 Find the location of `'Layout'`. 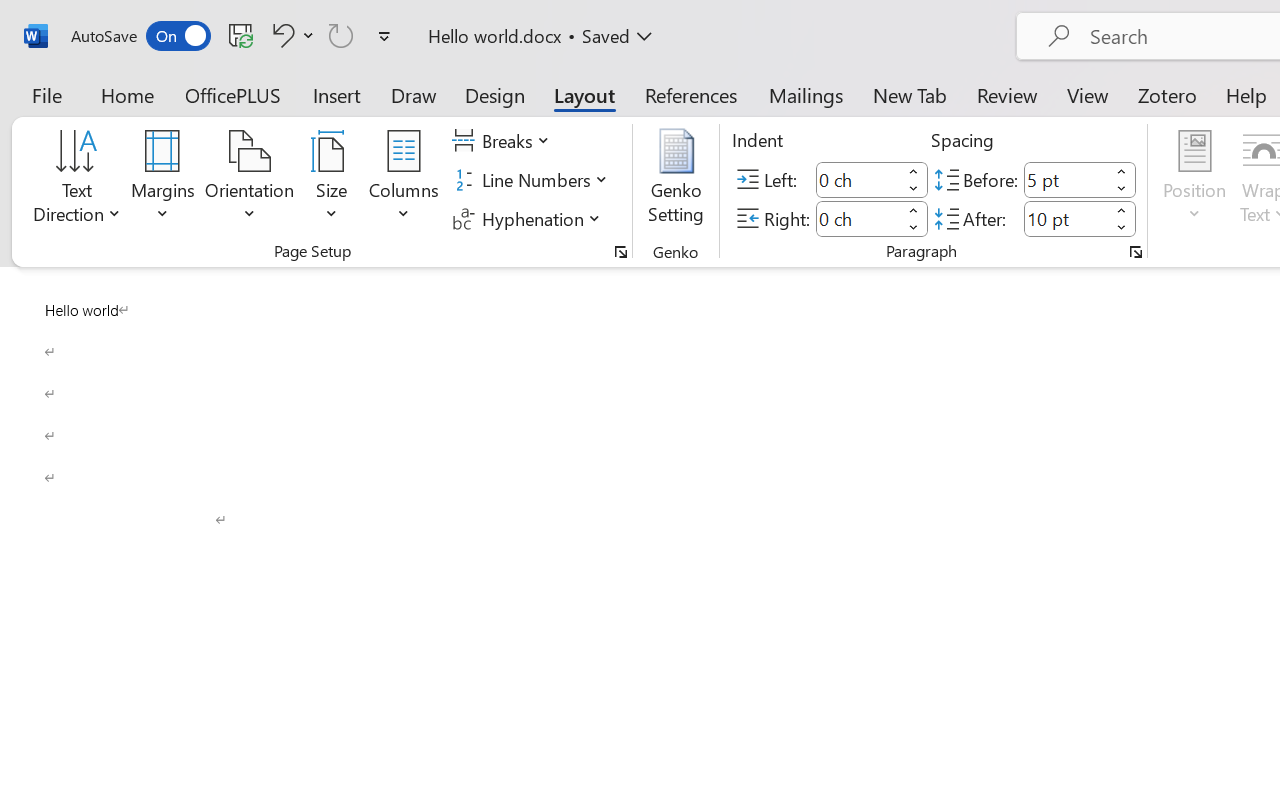

'Layout' is located at coordinates (583, 94).